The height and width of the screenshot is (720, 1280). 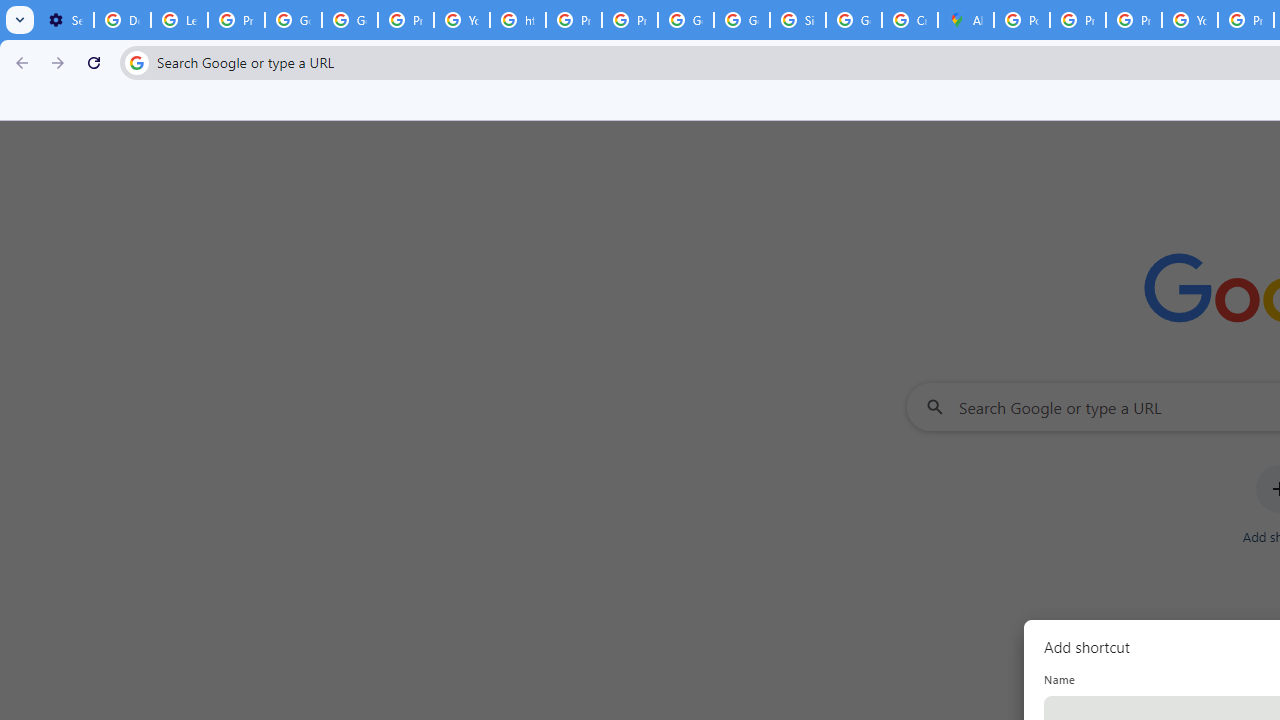 What do you see at coordinates (65, 20) in the screenshot?
I see `'Settings - On startup'` at bounding box center [65, 20].